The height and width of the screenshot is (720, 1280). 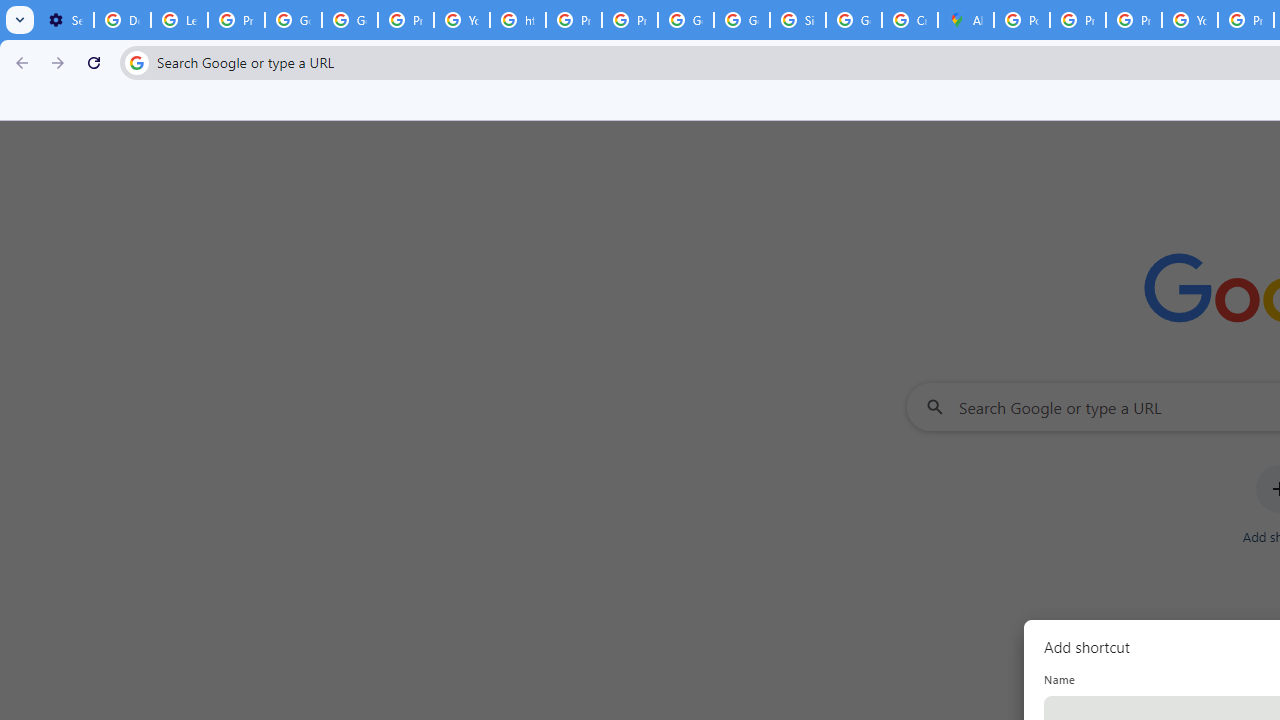 What do you see at coordinates (65, 20) in the screenshot?
I see `'Settings - On startup'` at bounding box center [65, 20].